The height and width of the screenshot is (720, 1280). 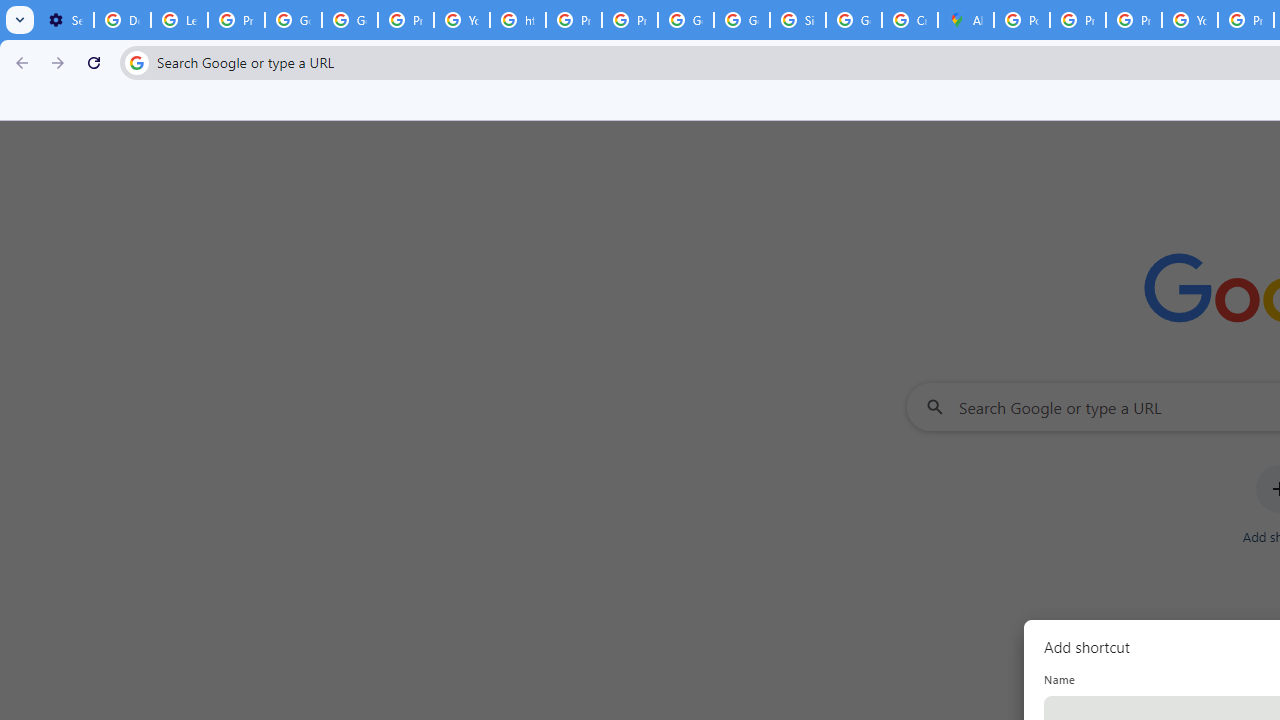 What do you see at coordinates (65, 20) in the screenshot?
I see `'Settings - On startup'` at bounding box center [65, 20].